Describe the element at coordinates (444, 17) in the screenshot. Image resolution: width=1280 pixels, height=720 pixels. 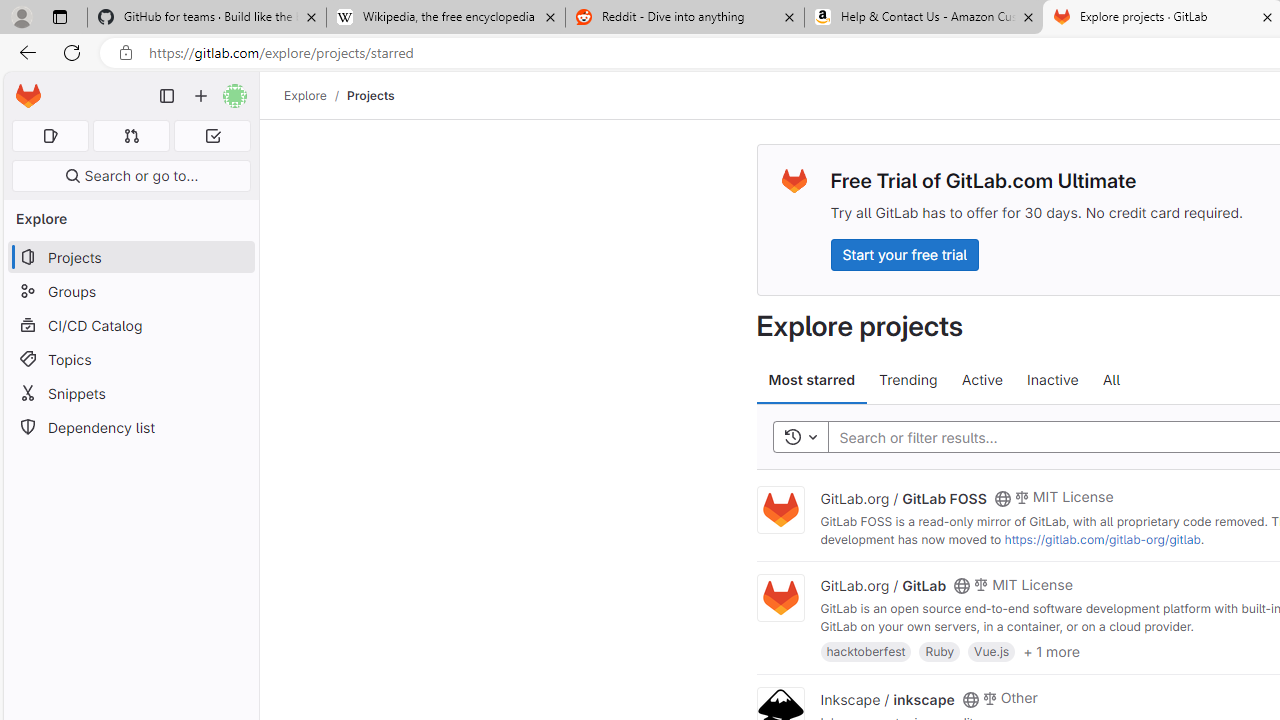
I see `'Wikipedia, the free encyclopedia'` at that location.